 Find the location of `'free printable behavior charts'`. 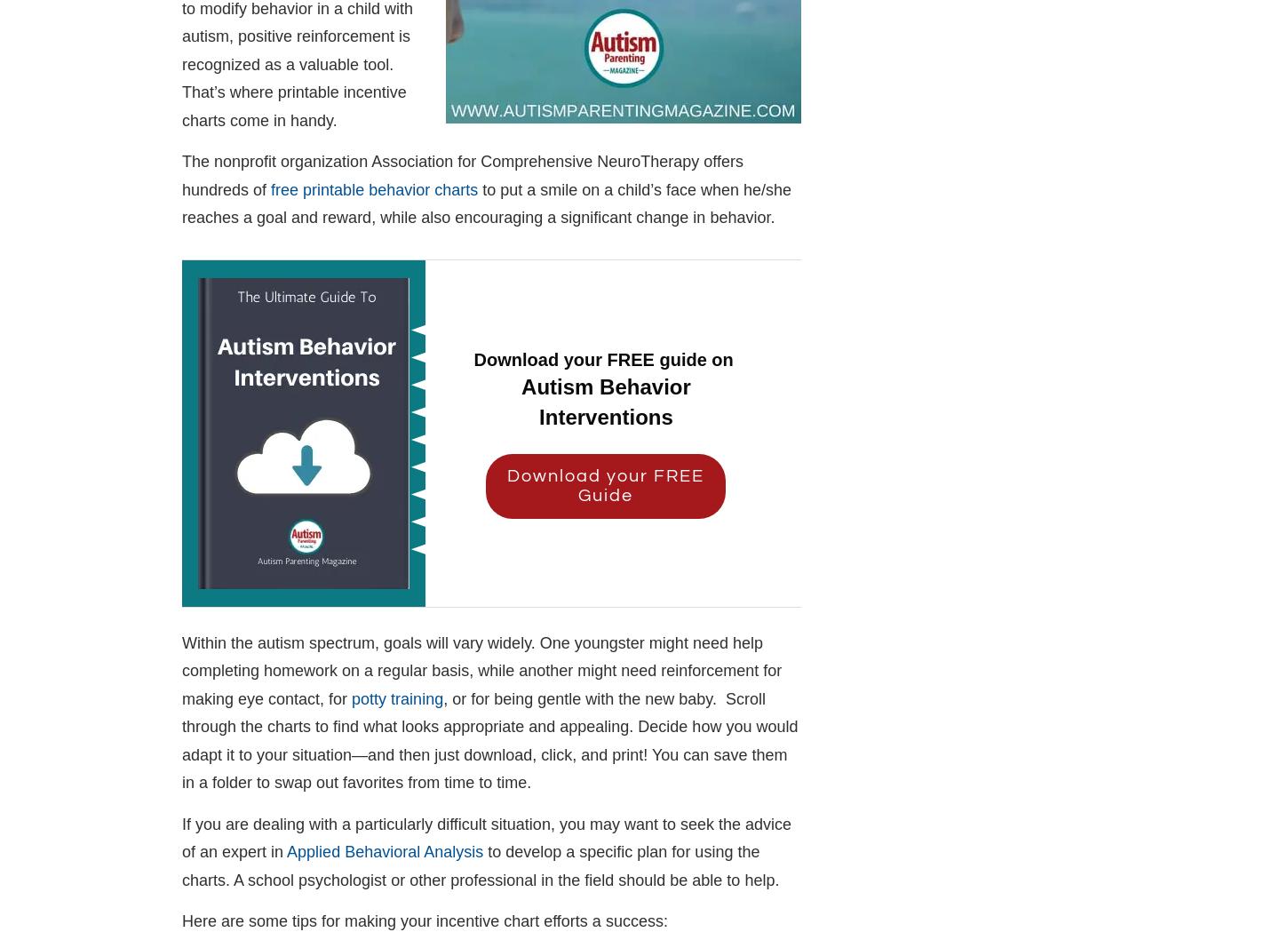

'free printable behavior charts' is located at coordinates (373, 188).